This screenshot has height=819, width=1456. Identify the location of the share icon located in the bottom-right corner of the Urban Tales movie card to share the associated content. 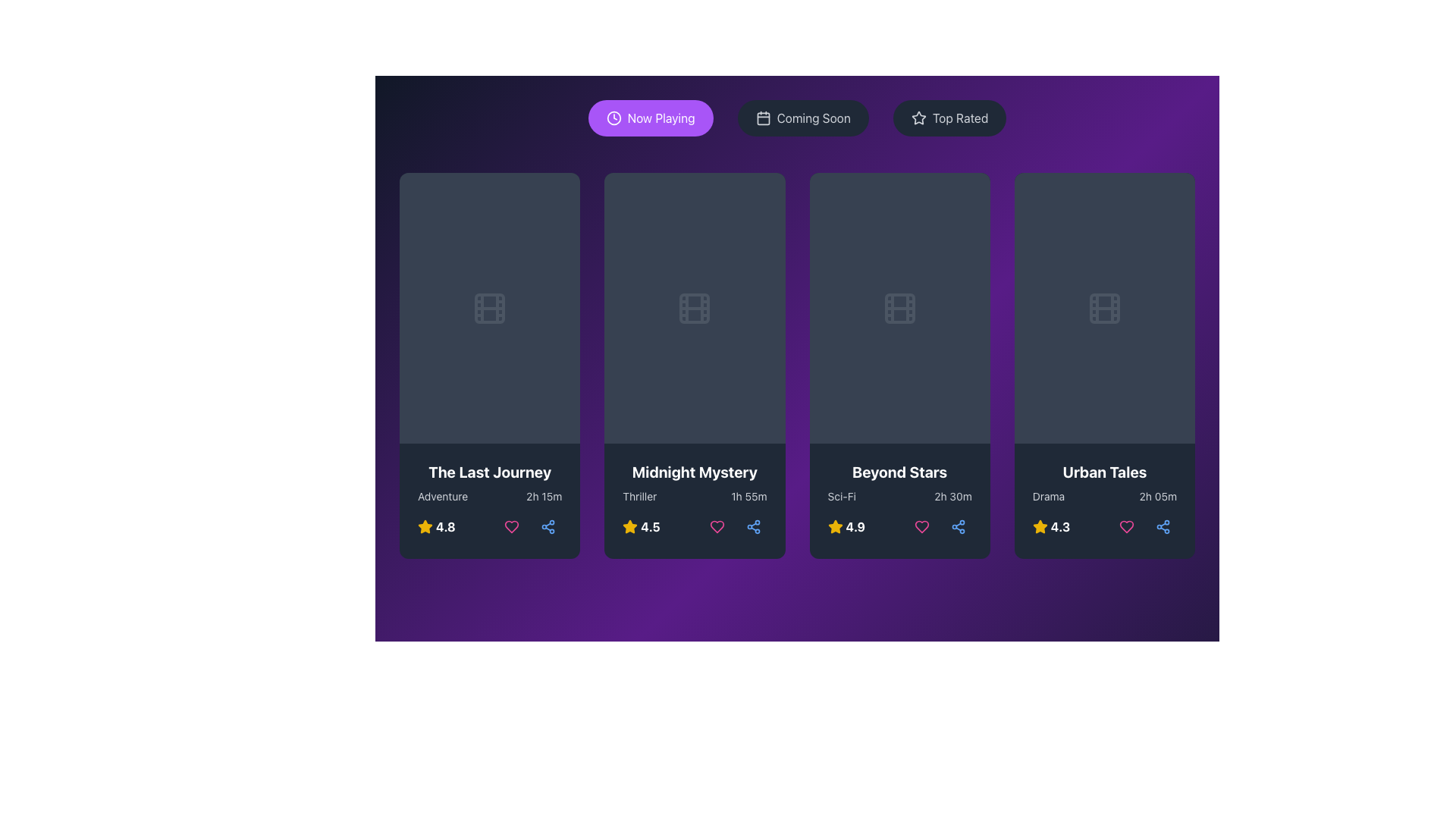
(1163, 526).